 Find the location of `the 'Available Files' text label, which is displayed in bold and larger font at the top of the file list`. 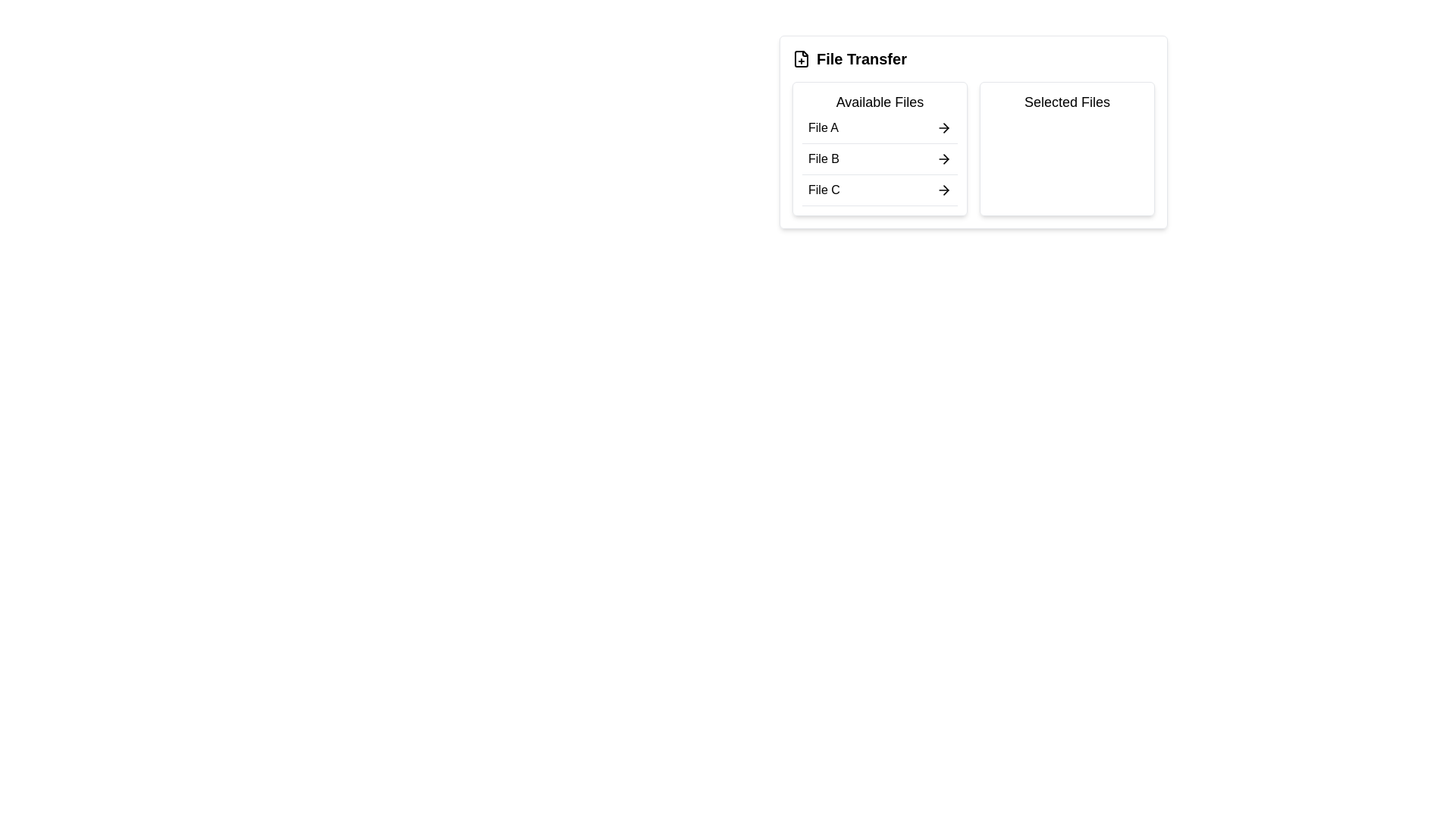

the 'Available Files' text label, which is displayed in bold and larger font at the top of the file list is located at coordinates (880, 102).